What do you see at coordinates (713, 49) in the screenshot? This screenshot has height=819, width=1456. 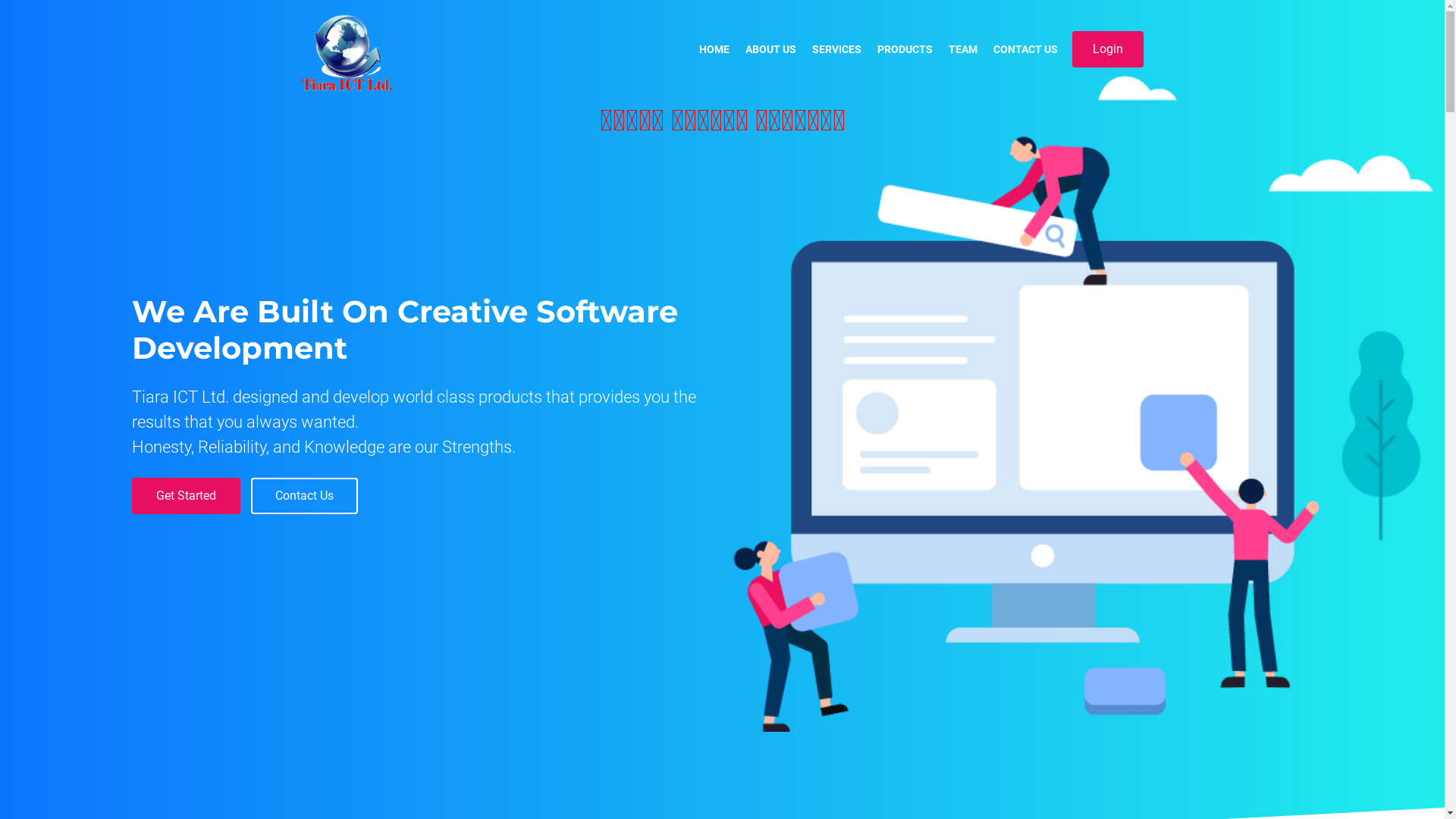 I see `'HOME'` at bounding box center [713, 49].